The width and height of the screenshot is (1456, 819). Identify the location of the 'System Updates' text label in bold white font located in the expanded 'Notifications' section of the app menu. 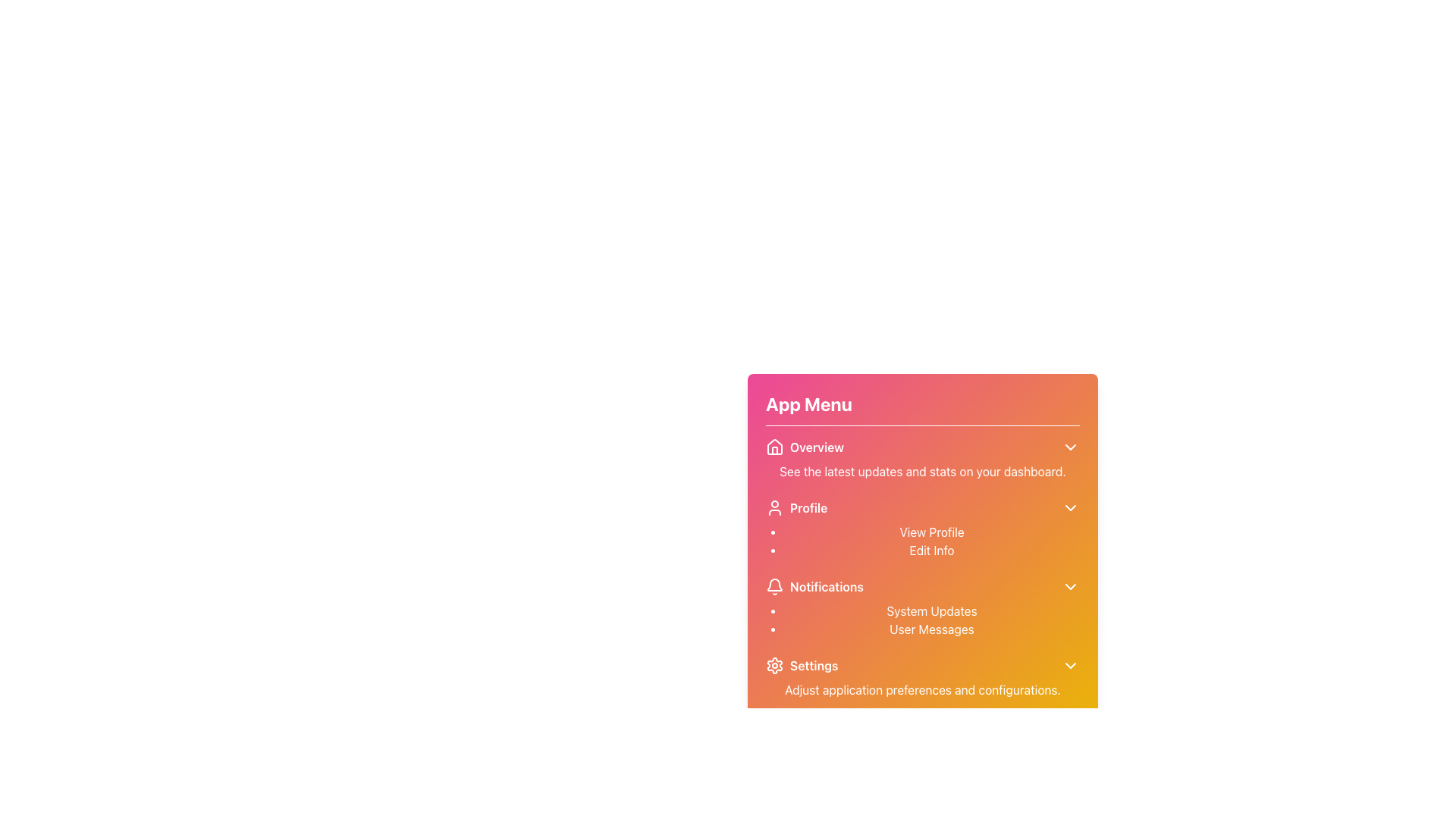
(930, 610).